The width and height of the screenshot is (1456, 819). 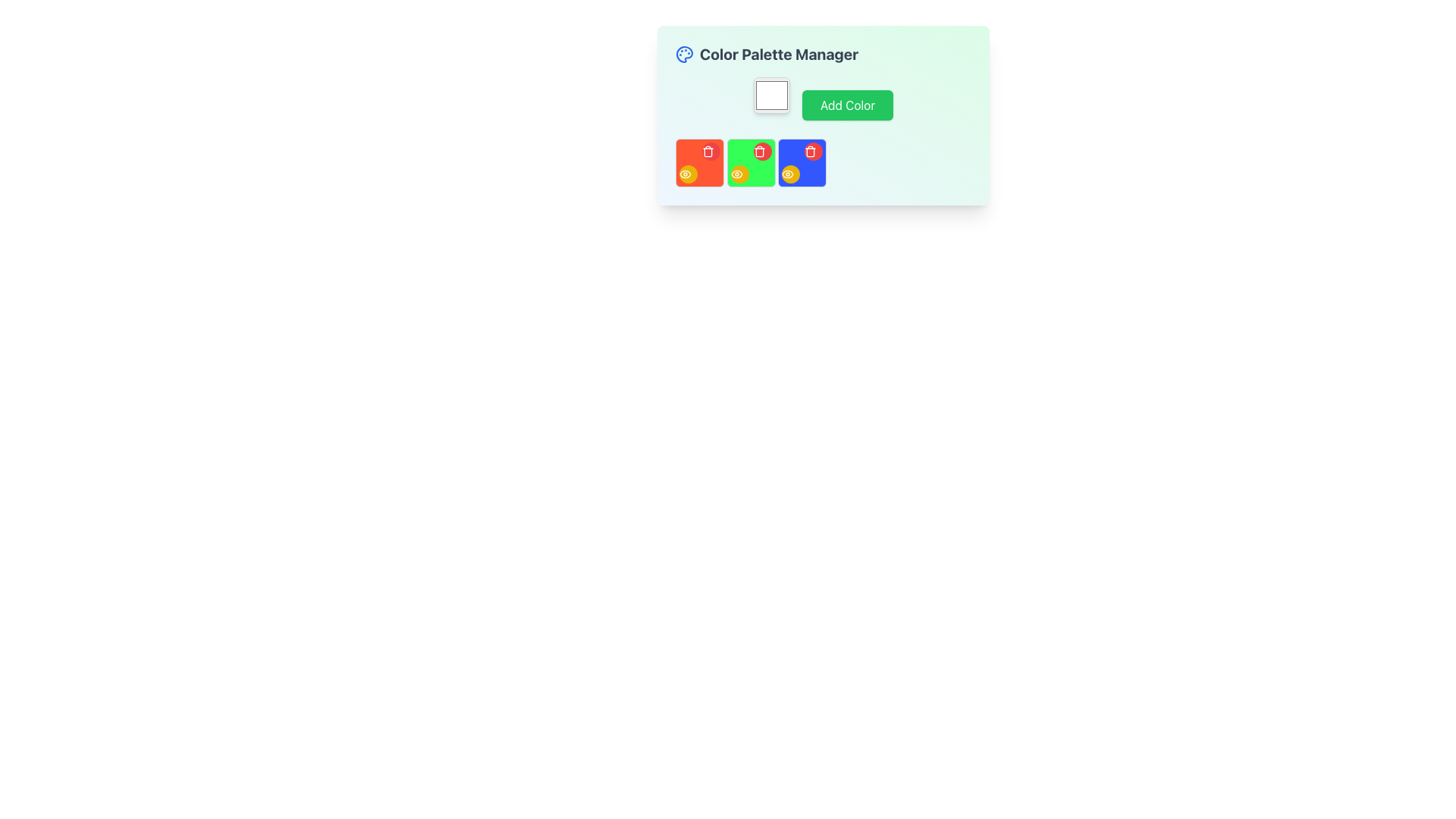 What do you see at coordinates (787, 174) in the screenshot?
I see `the eye icon located within the yellow circle button in the bottom-right corner of the blue square` at bounding box center [787, 174].